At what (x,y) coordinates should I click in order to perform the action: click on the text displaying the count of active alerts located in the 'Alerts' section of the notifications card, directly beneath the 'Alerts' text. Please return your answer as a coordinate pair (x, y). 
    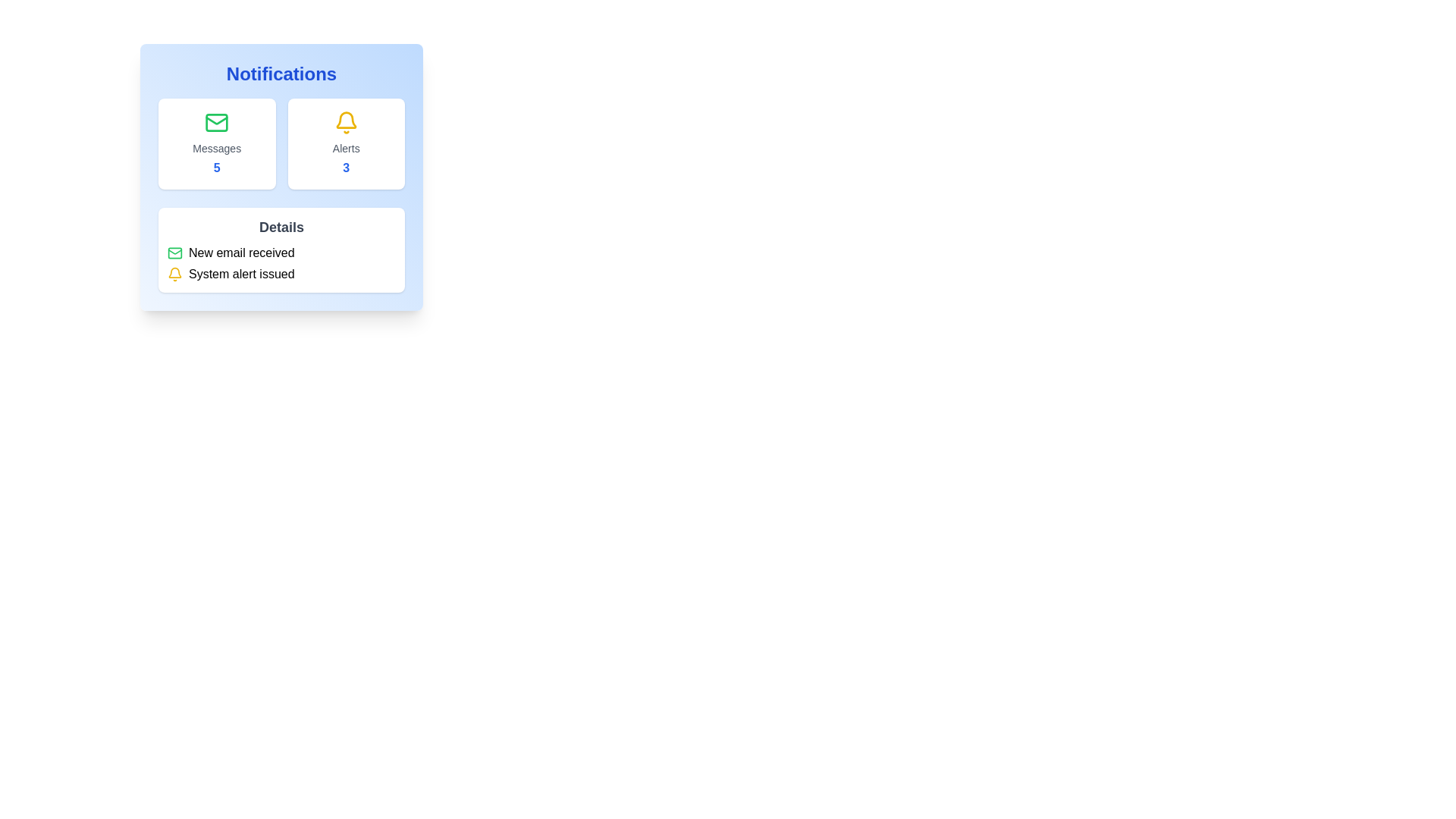
    Looking at the image, I should click on (345, 168).